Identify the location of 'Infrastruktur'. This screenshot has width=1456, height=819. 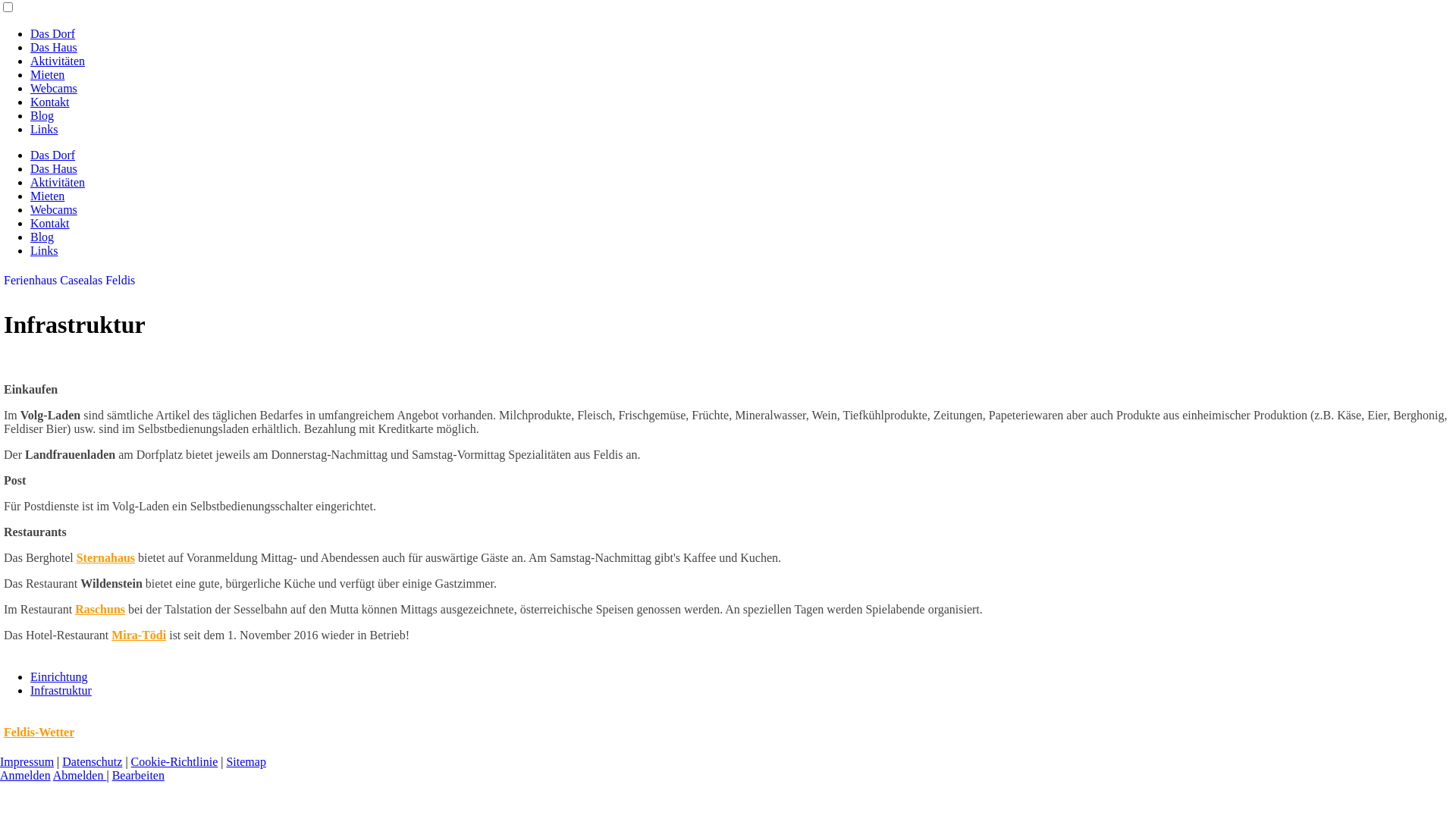
(61, 690).